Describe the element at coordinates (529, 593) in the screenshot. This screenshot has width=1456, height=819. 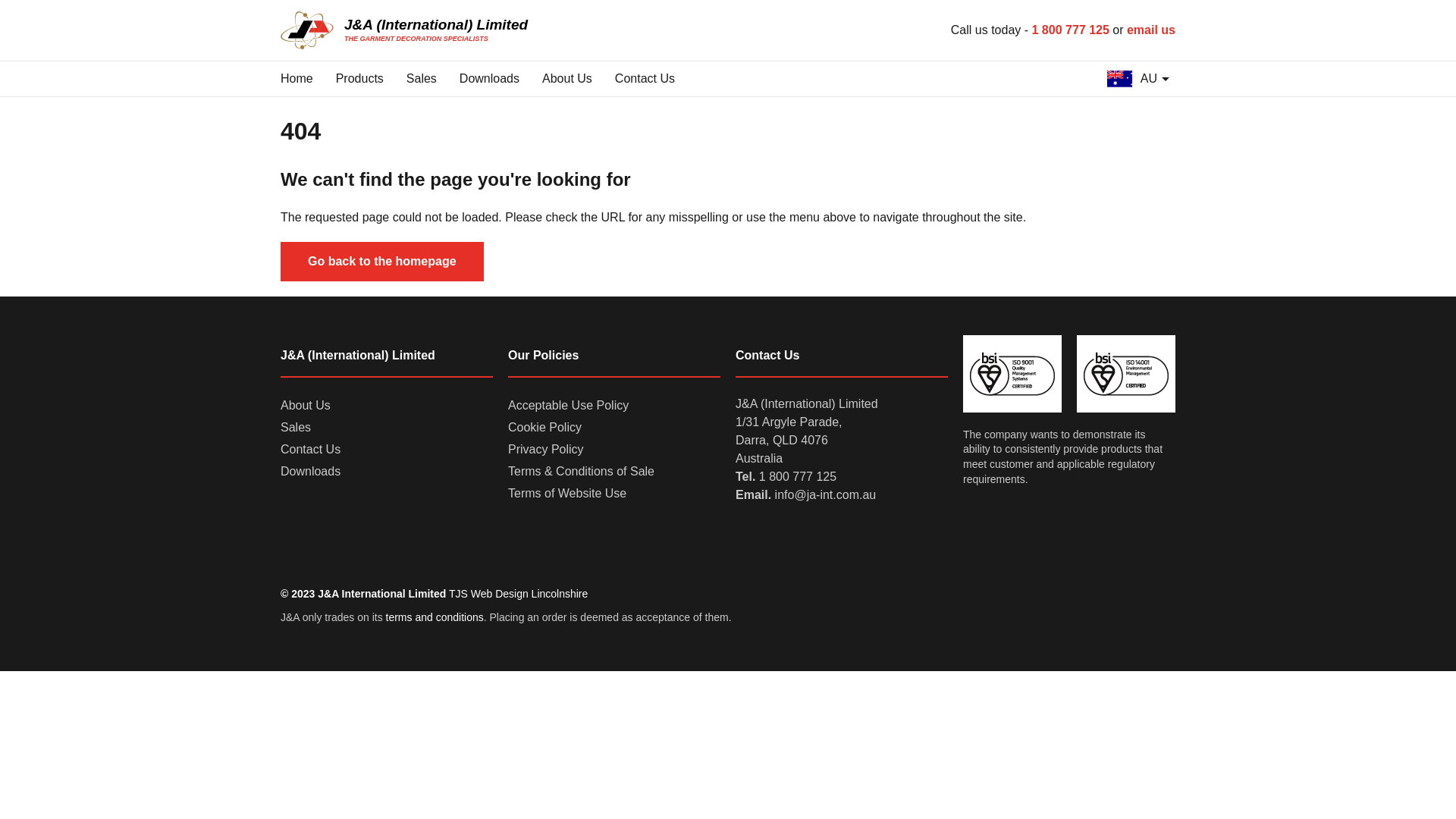
I see `'Web Design Lincolnshire'` at that location.